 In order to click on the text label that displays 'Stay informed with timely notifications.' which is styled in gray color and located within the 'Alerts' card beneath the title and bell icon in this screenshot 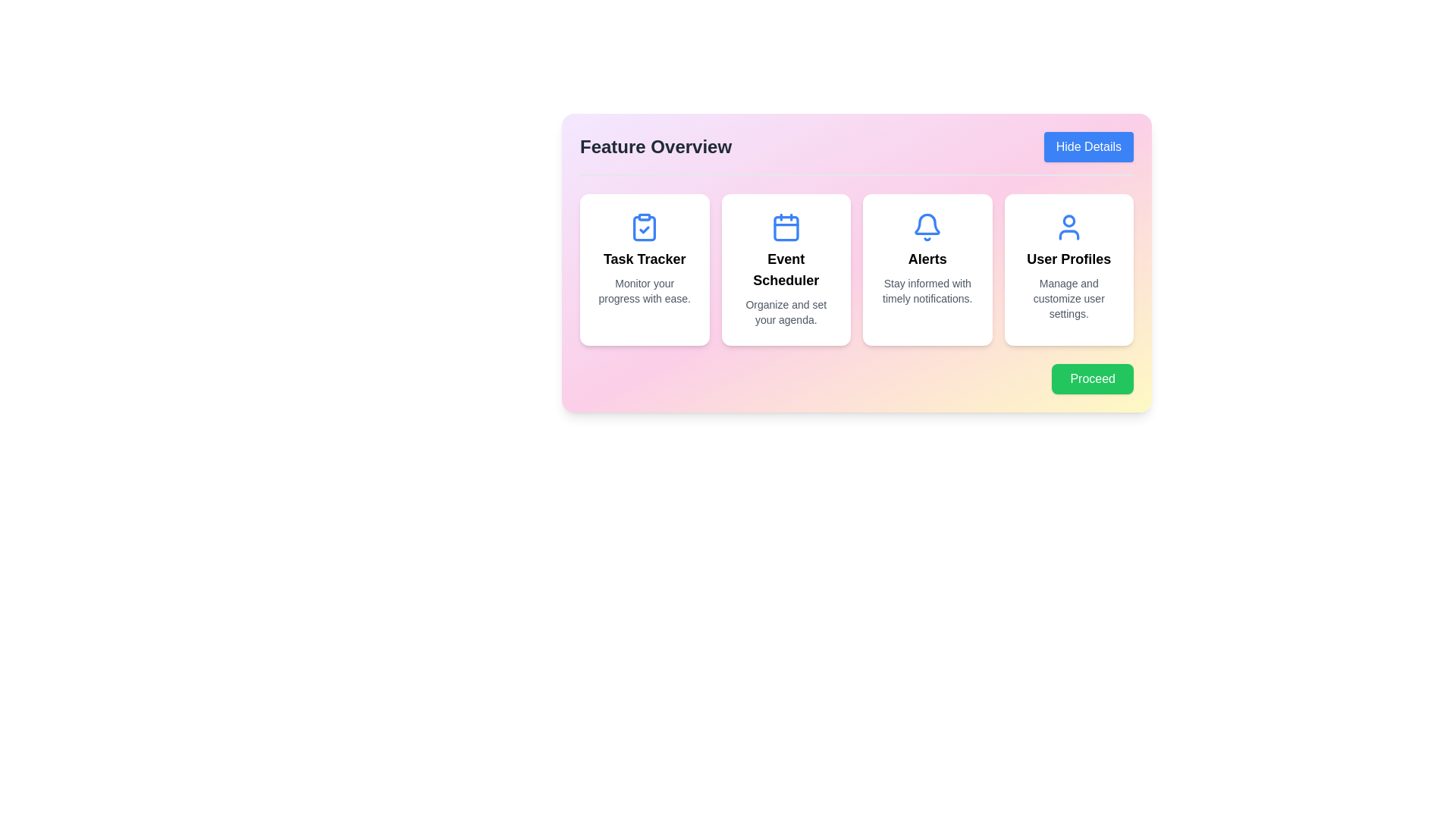, I will do `click(927, 291)`.